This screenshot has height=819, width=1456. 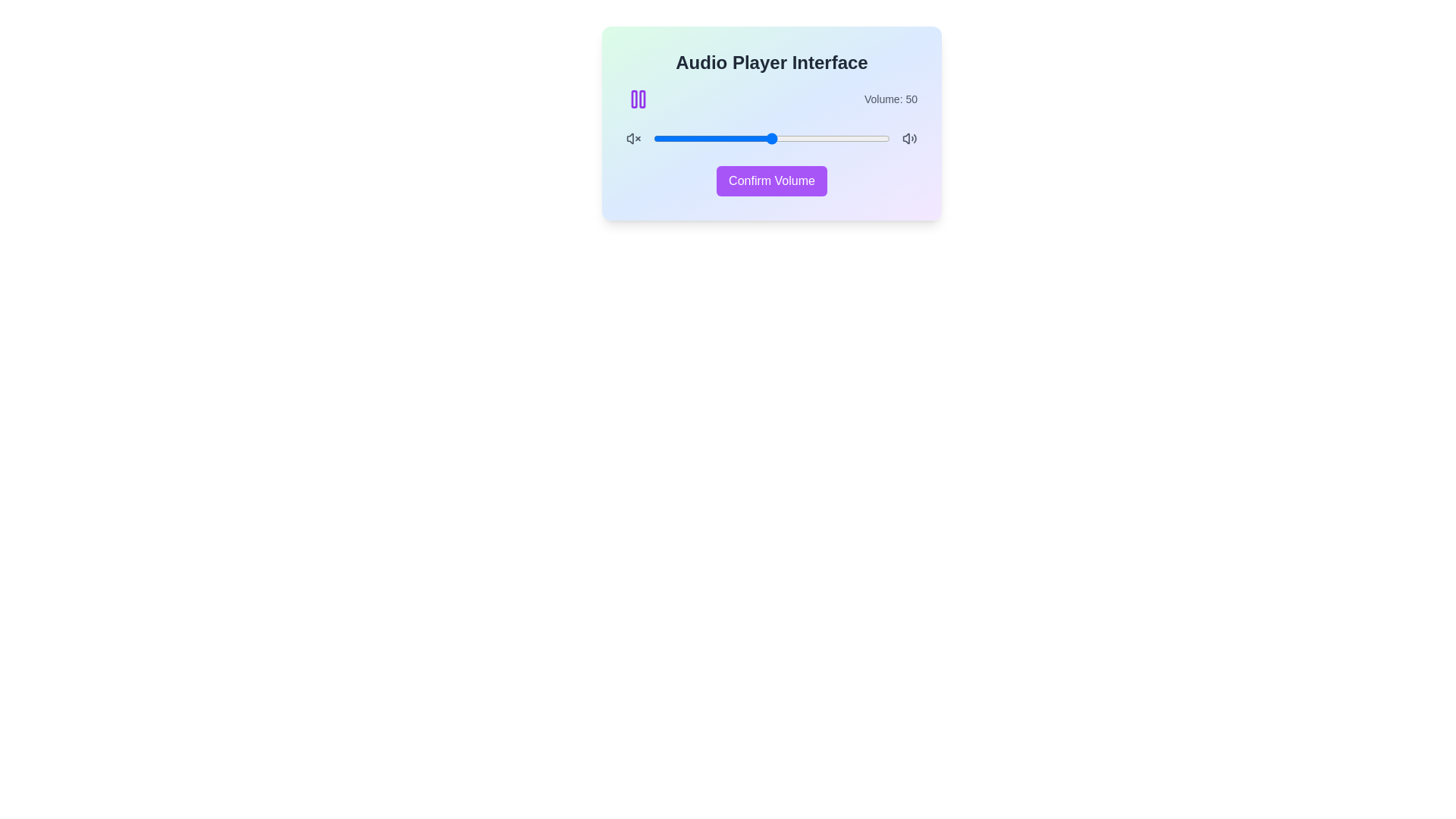 I want to click on the purple pause icon located, so click(x=638, y=99).